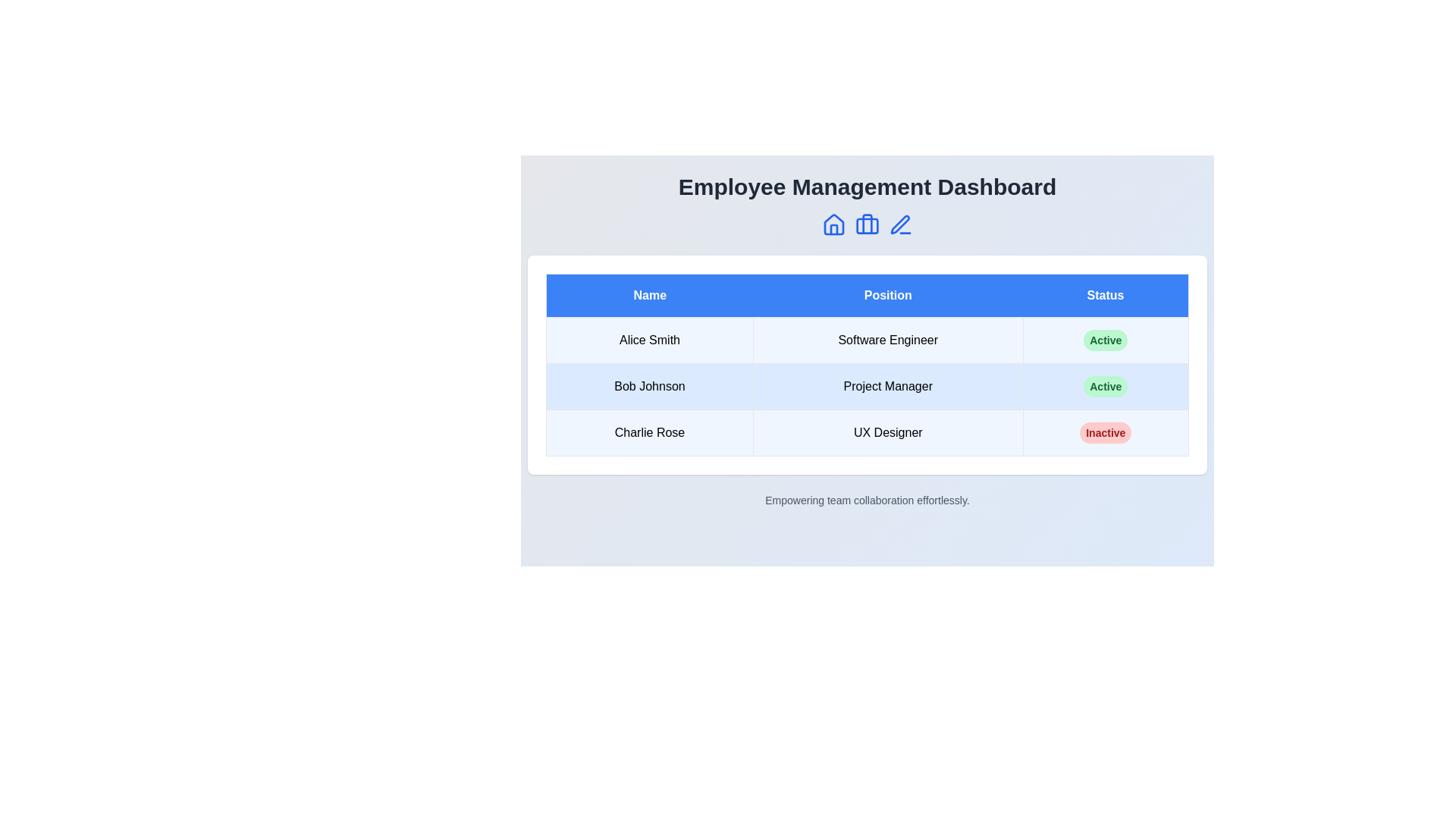 This screenshot has height=819, width=1456. Describe the element at coordinates (1106, 339) in the screenshot. I see `the 'Active' status badge located in the 'Status' column of the employee data table for Alice Smith` at that location.